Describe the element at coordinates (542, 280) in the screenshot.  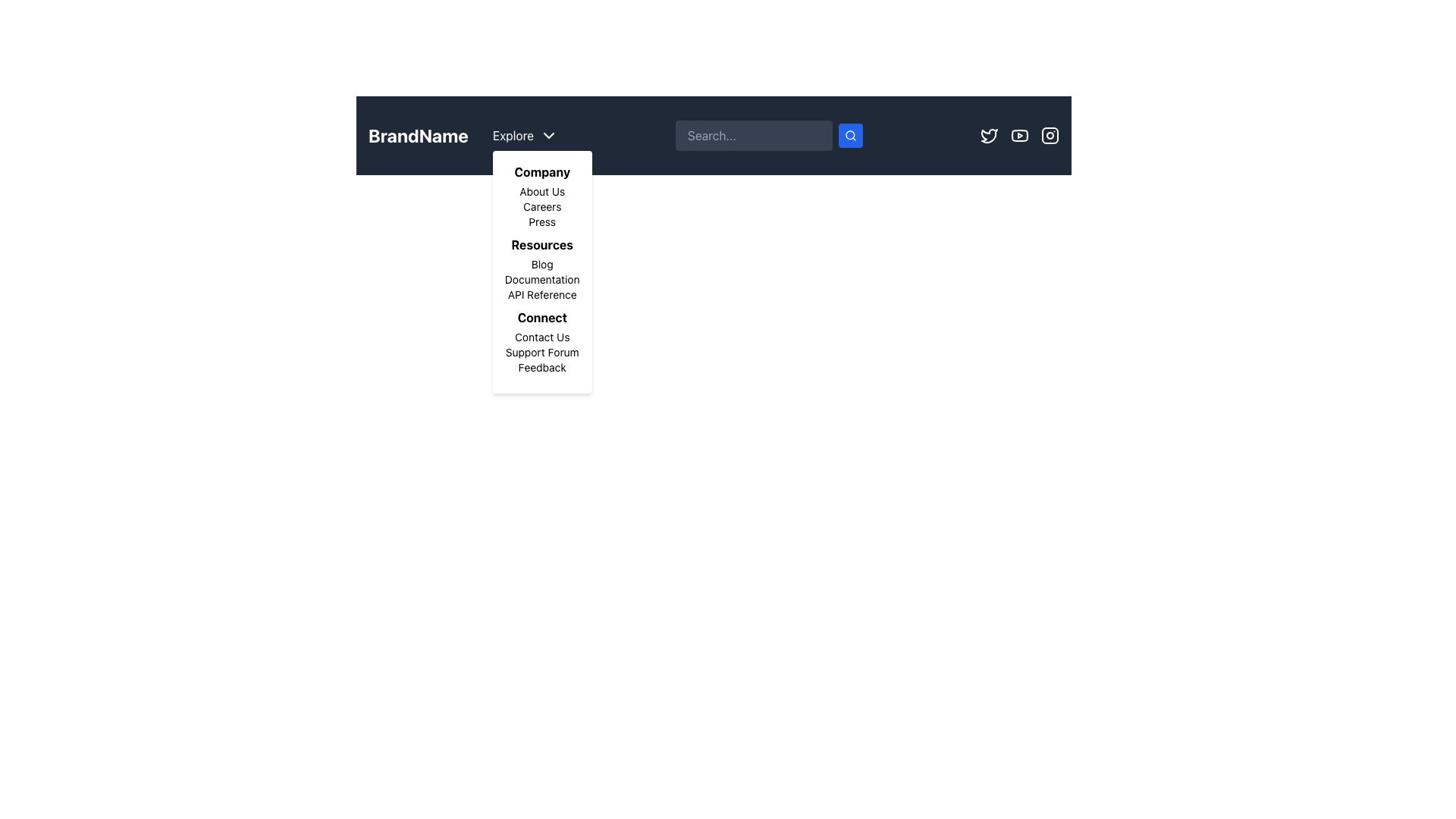
I see `the 'Documentation' text label in the vertical list menu under the 'Resources' heading` at that location.